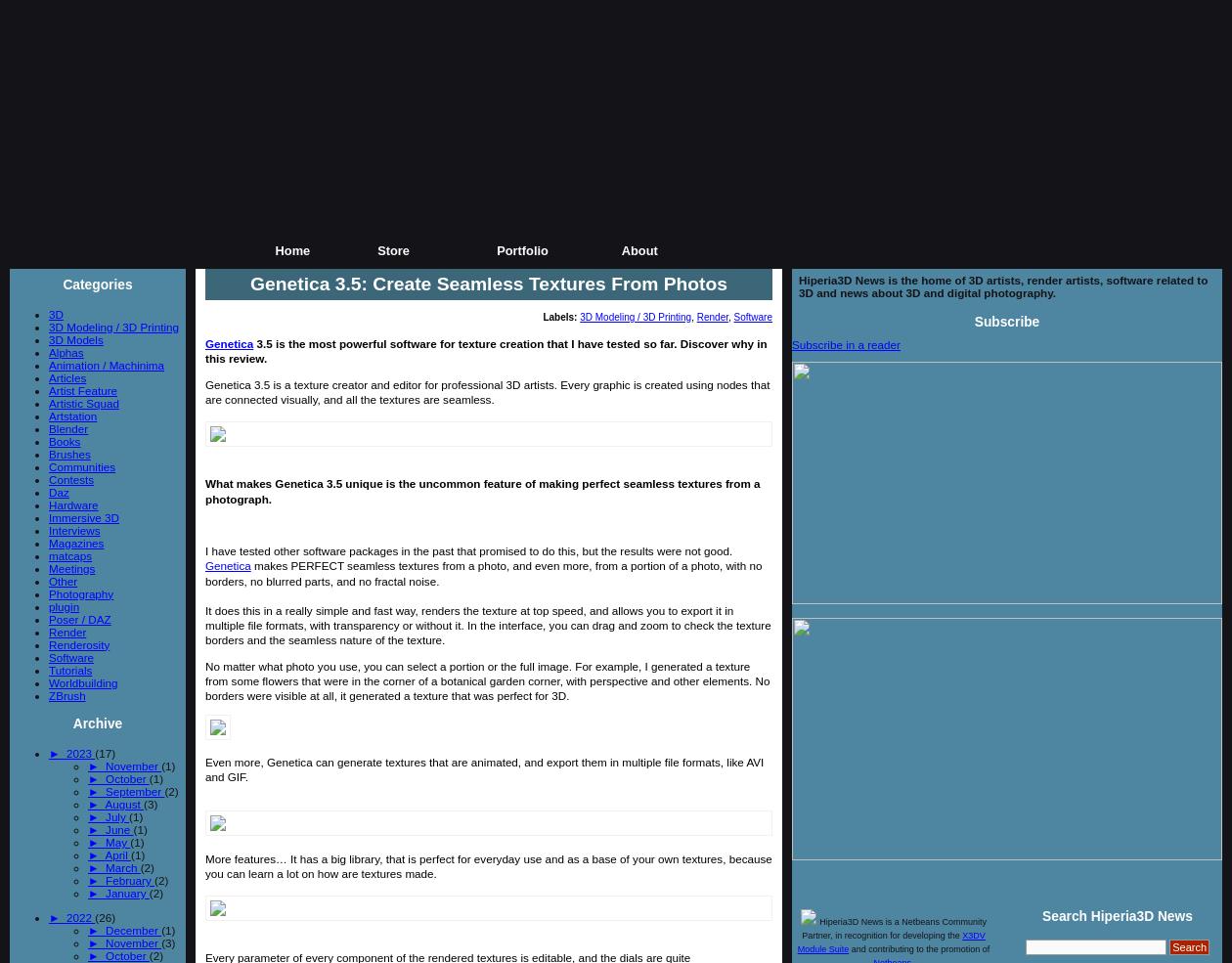 The image size is (1232, 963). What do you see at coordinates (487, 680) in the screenshot?
I see `'No matter what photo you use, you can select a portion or the full image. For example, I generated a texture from some flowers that were in the corner of a botanical garden corner, with perspective and other elements. No borders were visible at all, it generated a texture that was perfect for 3D.'` at bounding box center [487, 680].